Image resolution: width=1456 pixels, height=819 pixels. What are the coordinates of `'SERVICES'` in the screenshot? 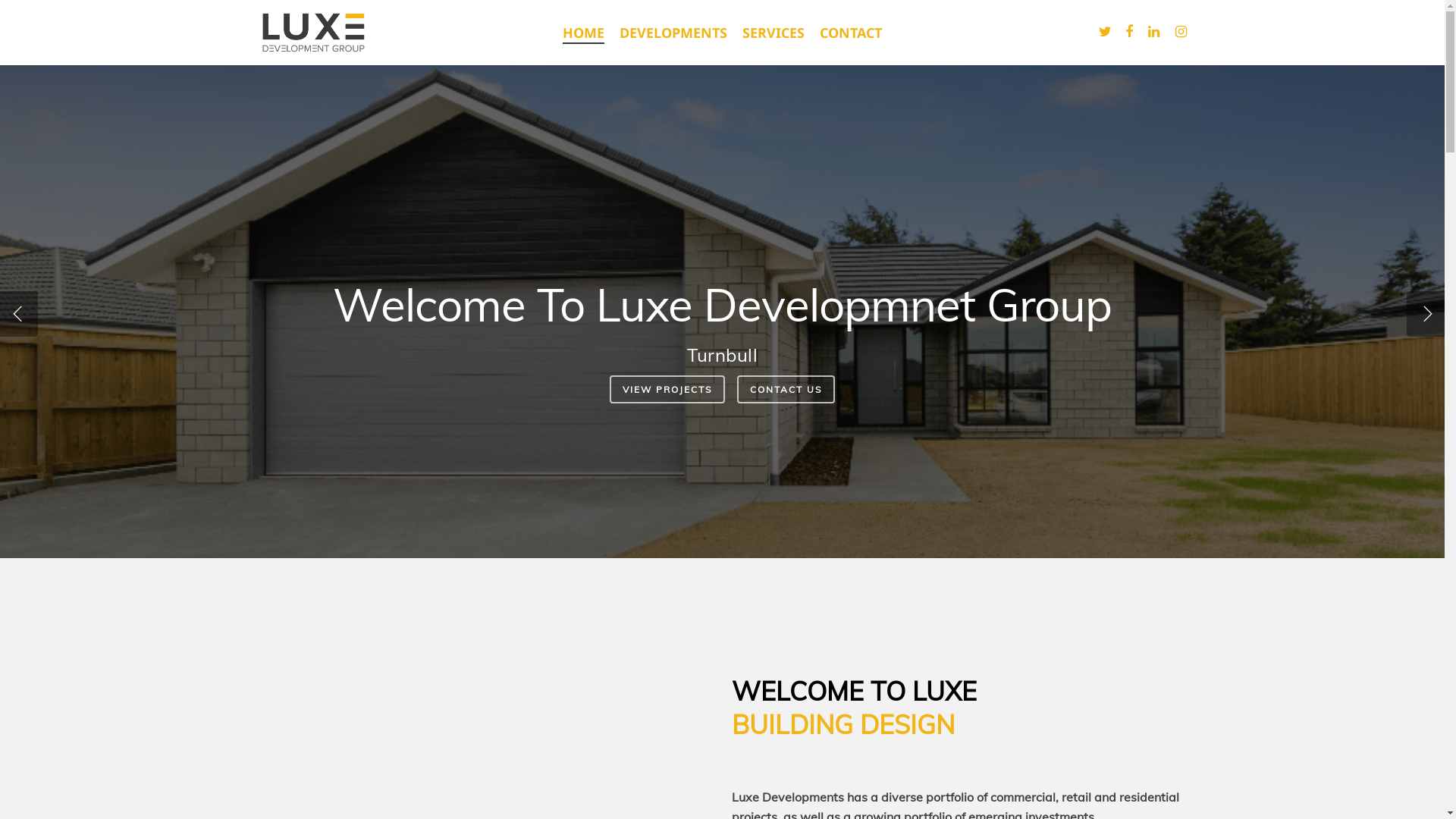 It's located at (773, 32).